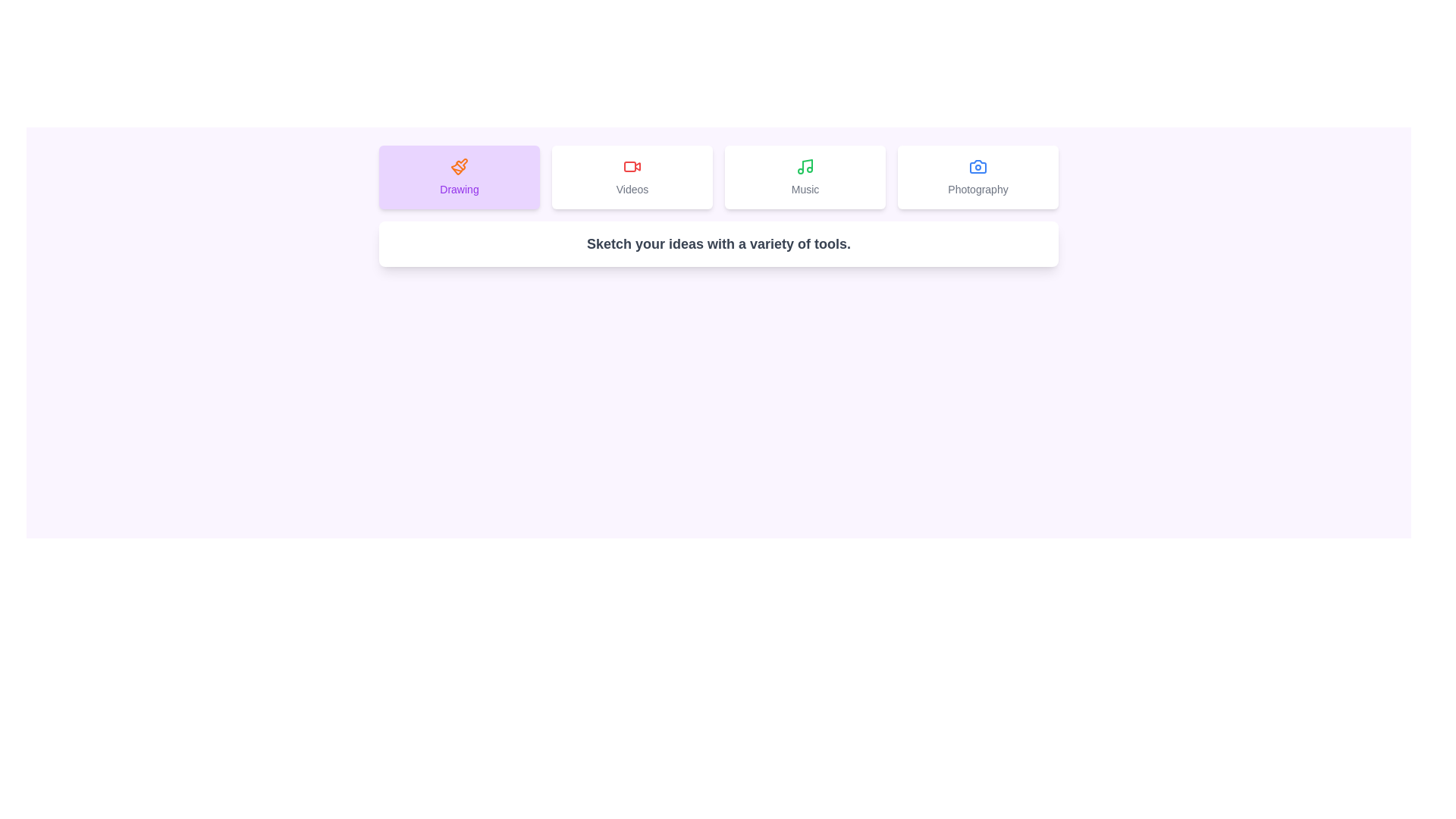 This screenshot has width=1456, height=819. I want to click on the tab labeled Drawing to preview its hover effect, so click(458, 177).